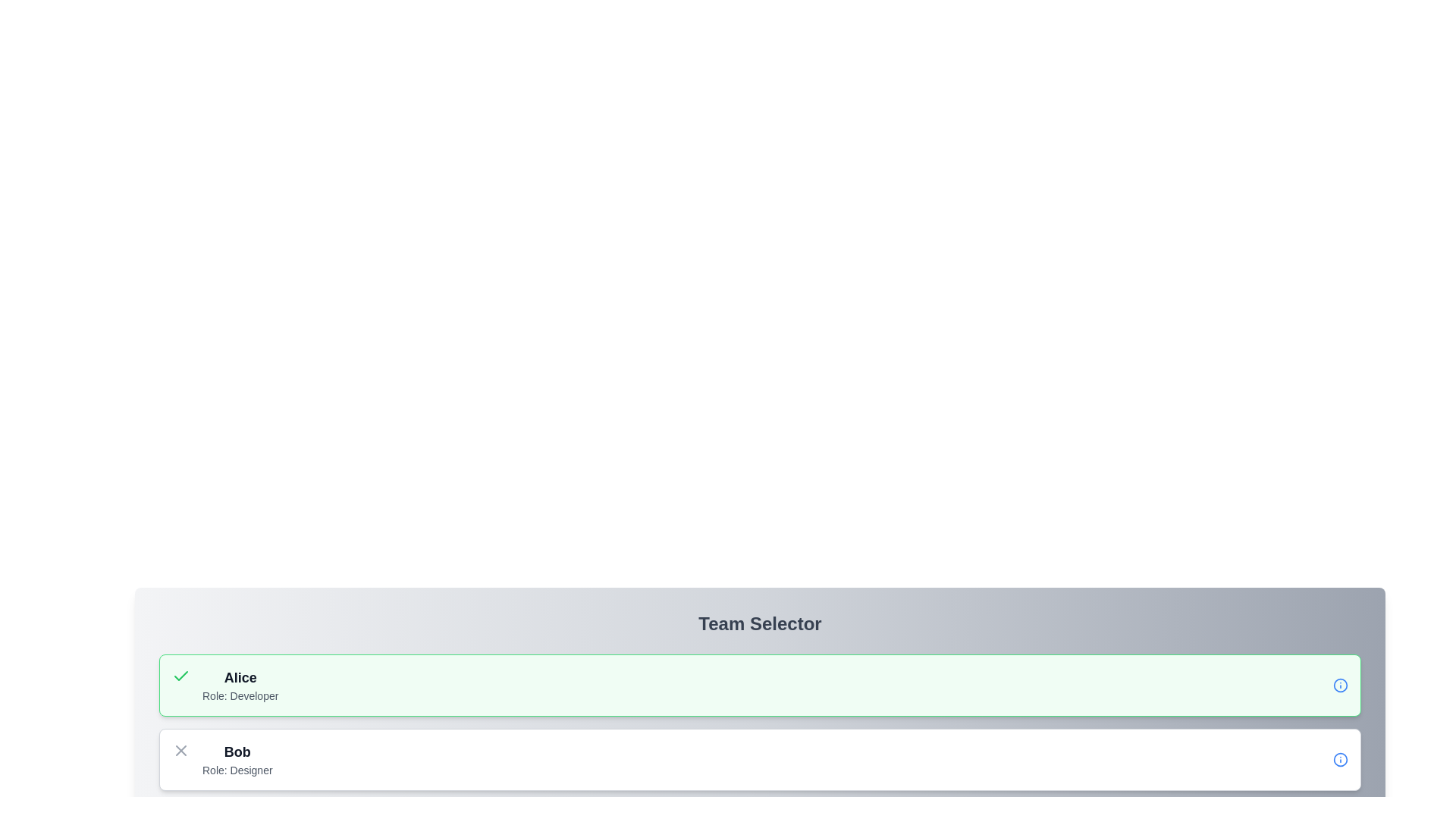 The height and width of the screenshot is (819, 1456). Describe the element at coordinates (1340, 685) in the screenshot. I see `the Informational icon, which is a blue circle with an 'i' symbol, located at the far right of the row labeled 'Alice Role: Developer'` at that location.